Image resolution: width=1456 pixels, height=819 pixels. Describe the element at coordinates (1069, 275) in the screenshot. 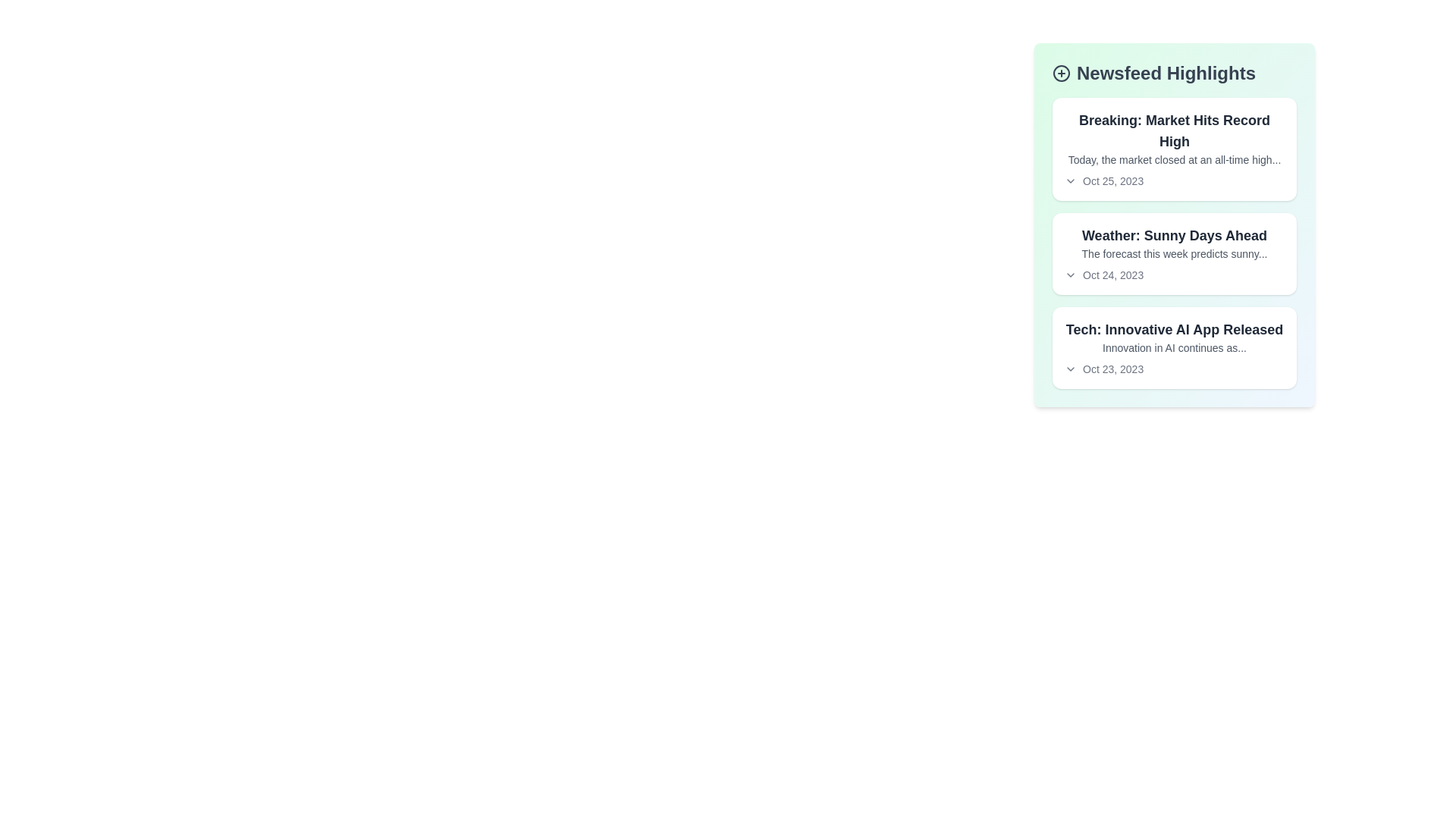

I see `the arrow icon to toggle the details of the article titled 'Weather: Sunny Days Ahead'` at that location.